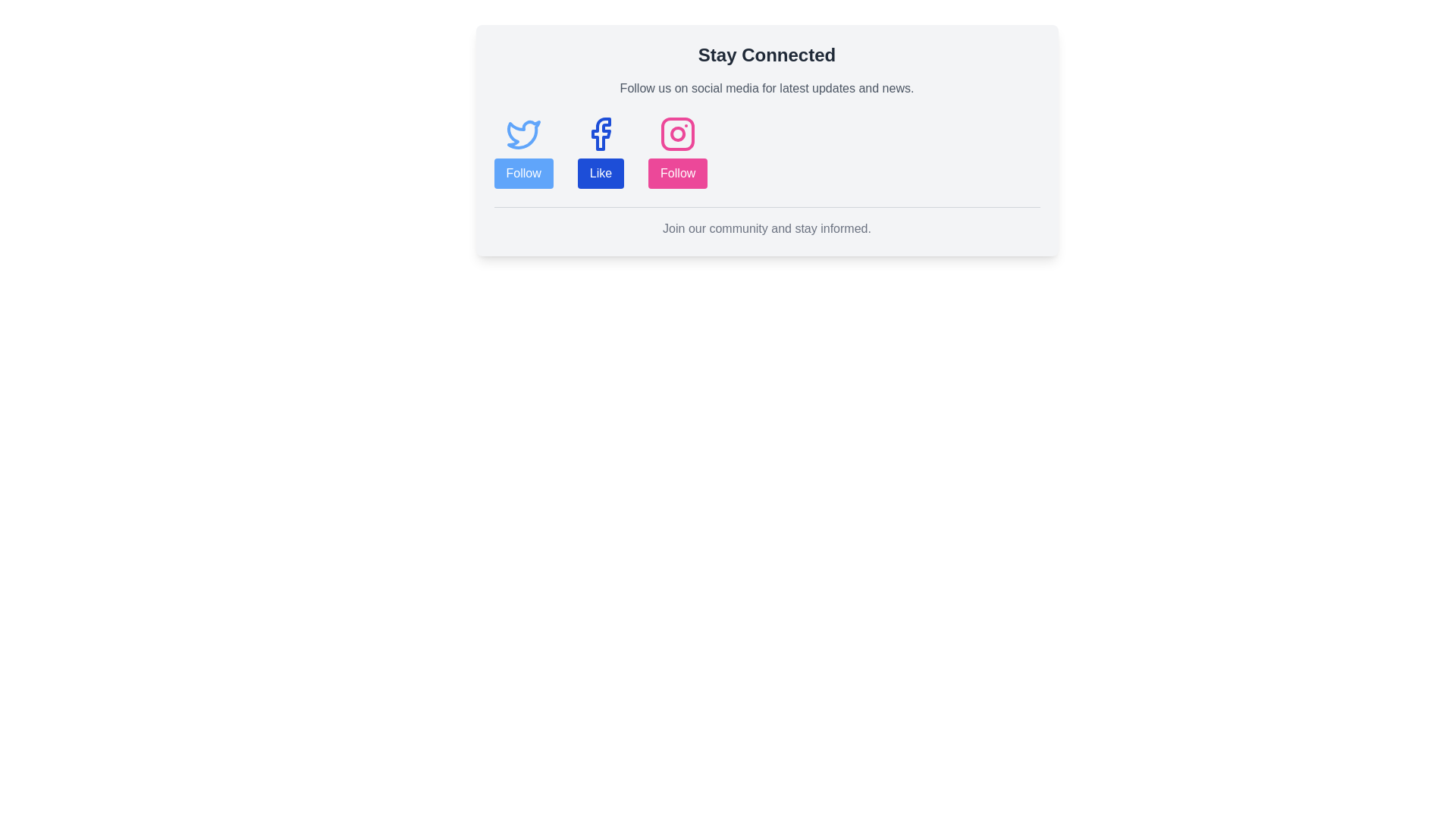 The width and height of the screenshot is (1456, 819). I want to click on the Facebook icon, characterized by its blue color and minimalist 'f' logo design, located centrally on the page below the 'Stay Connected' heading, so click(600, 133).